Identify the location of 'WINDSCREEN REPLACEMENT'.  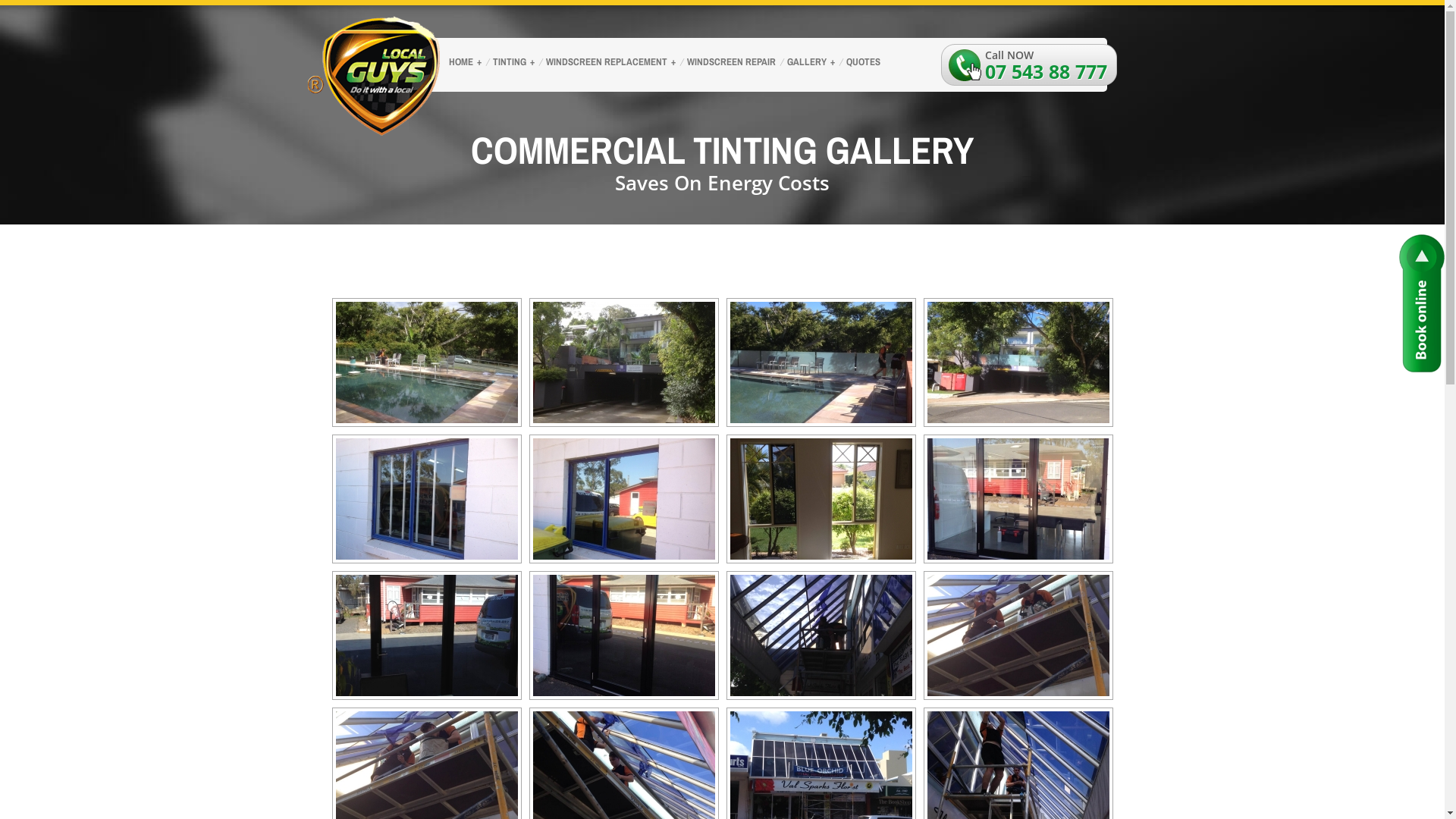
(608, 63).